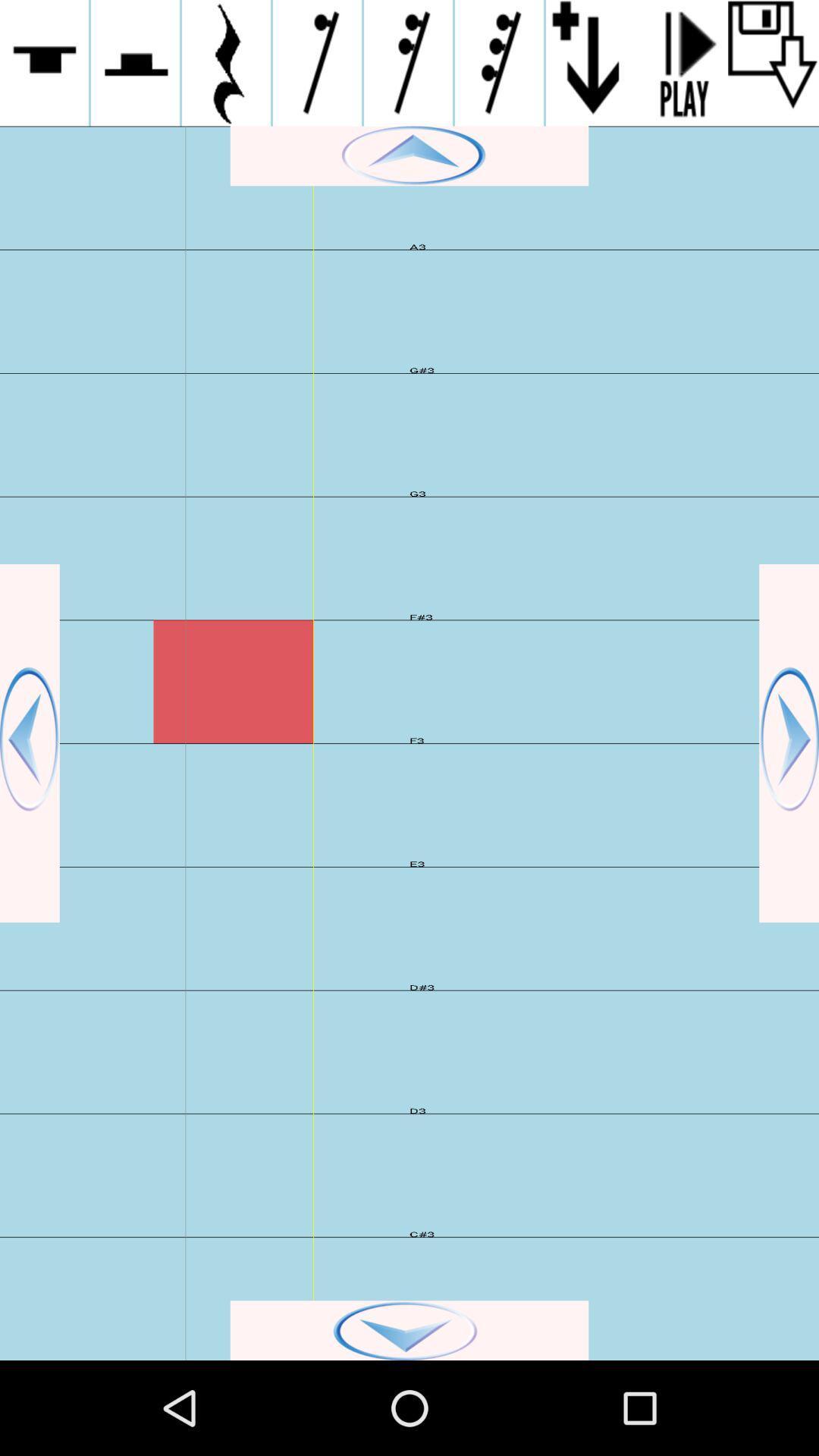  What do you see at coordinates (788, 743) in the screenshot?
I see `go back` at bounding box center [788, 743].